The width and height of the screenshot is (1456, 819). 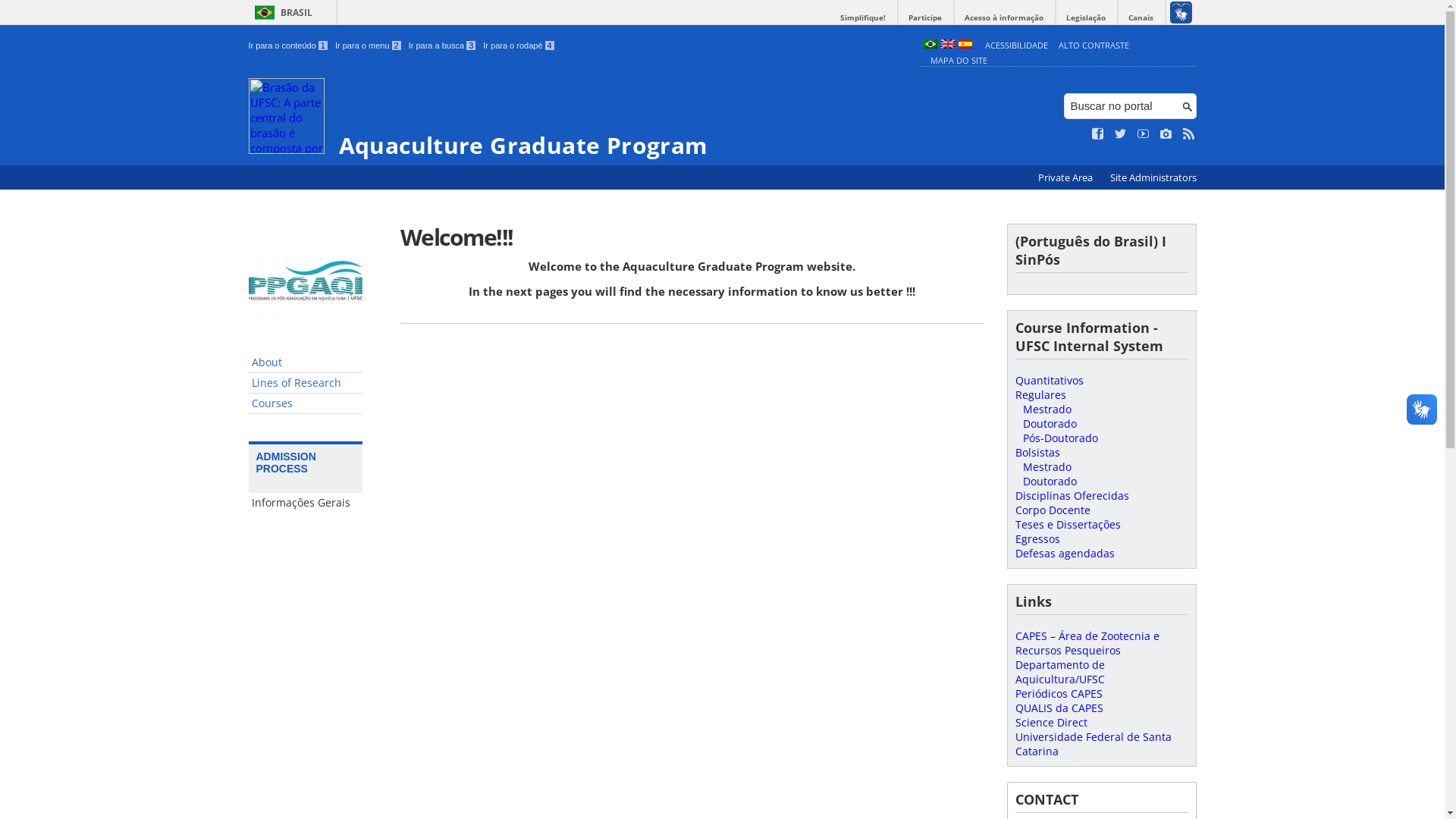 What do you see at coordinates (1048, 423) in the screenshot?
I see `'Doutorado'` at bounding box center [1048, 423].